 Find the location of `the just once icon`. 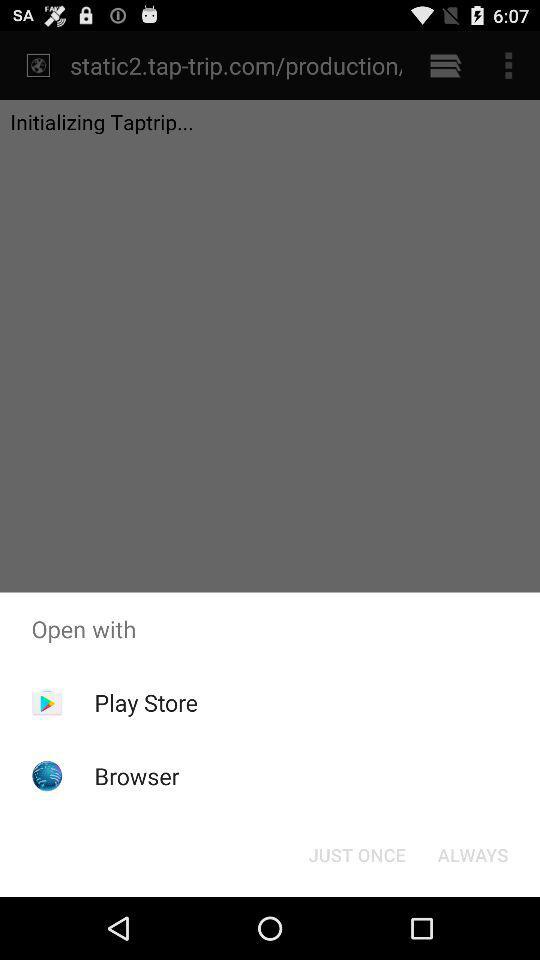

the just once icon is located at coordinates (356, 853).